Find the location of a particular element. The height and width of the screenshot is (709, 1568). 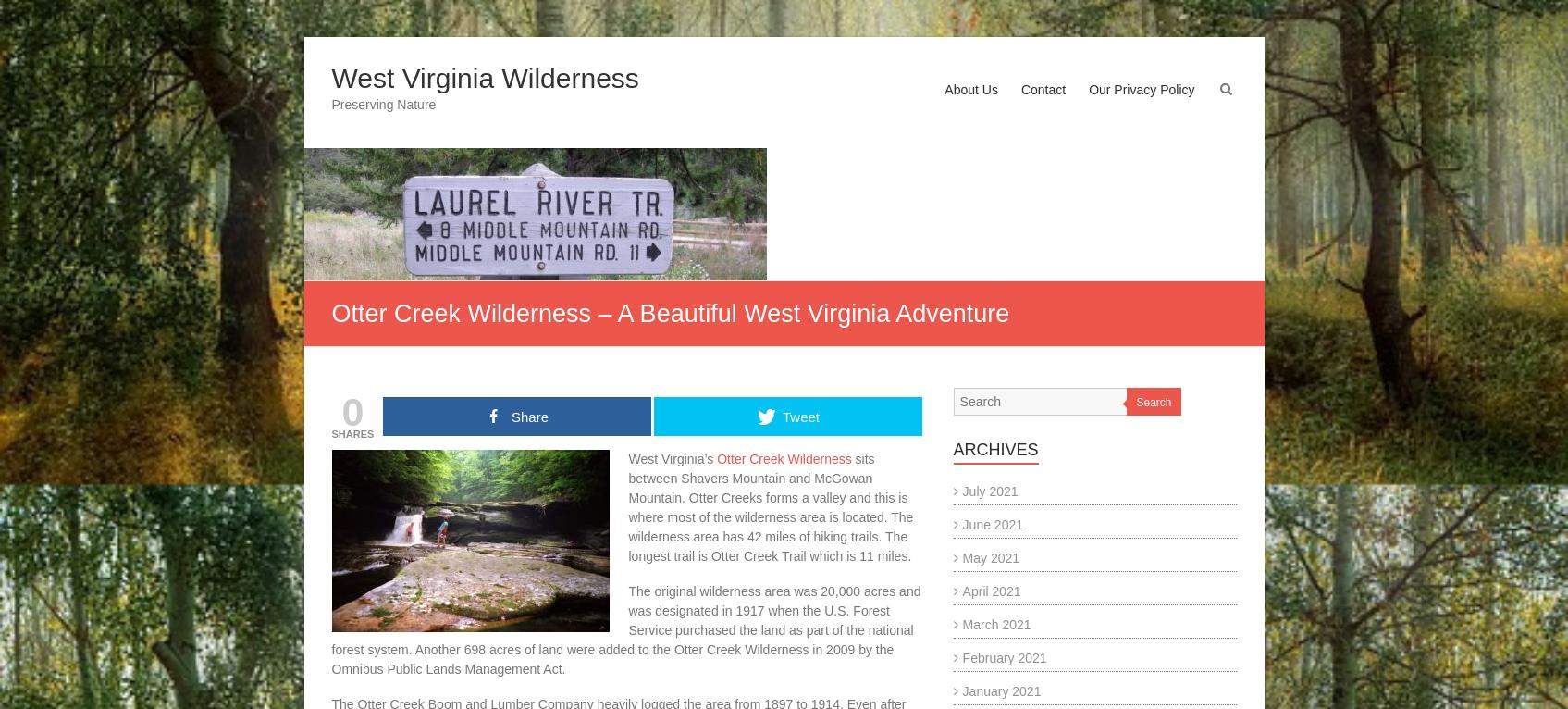

'April 2021' is located at coordinates (991, 590).